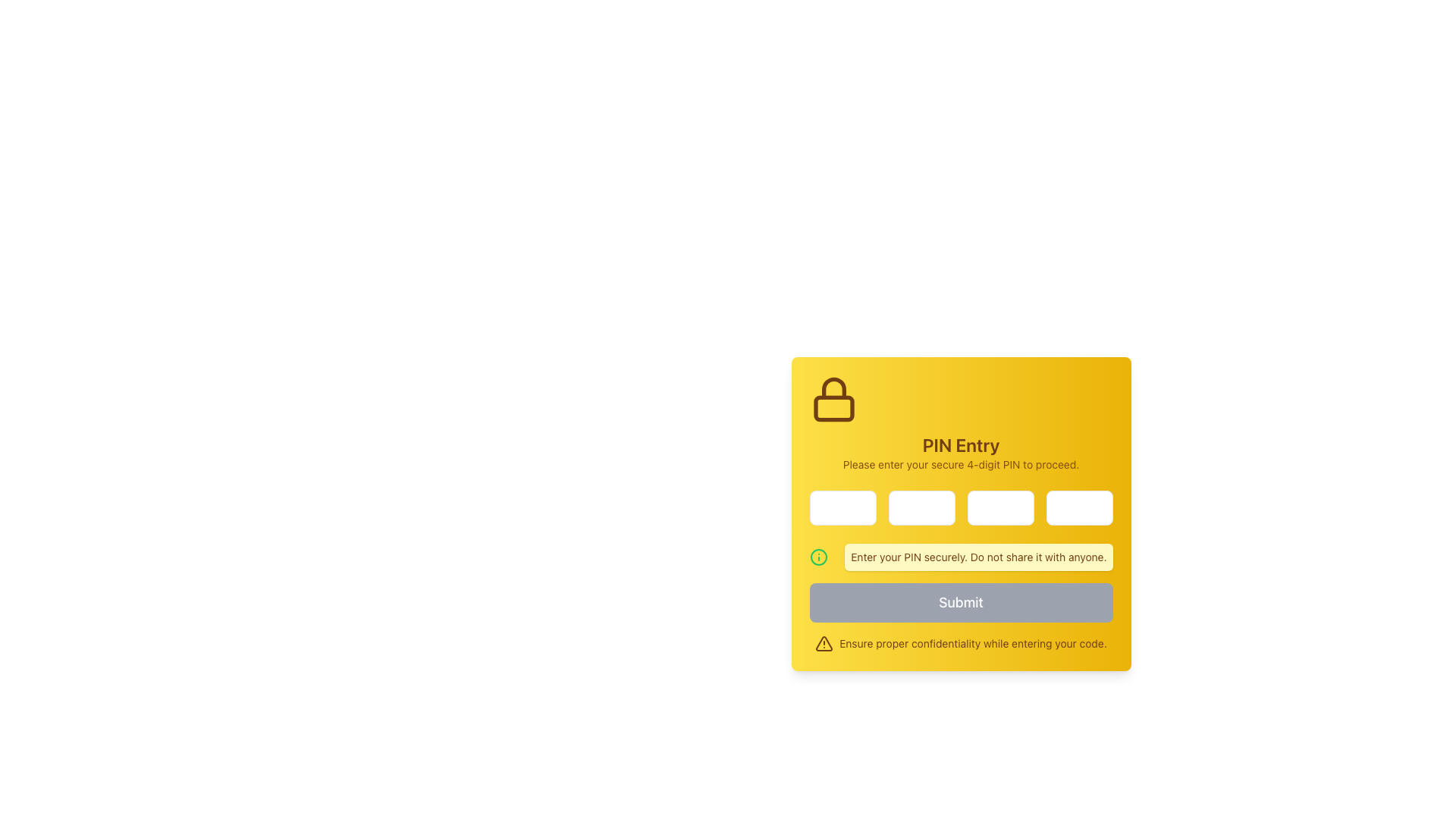 Image resolution: width=1456 pixels, height=819 pixels. What do you see at coordinates (817, 557) in the screenshot?
I see `the Circle SVG graphic element, which serves as a decorative or informational graphic within the 24x24 pixel icon near the 'Enter your PIN securely' text input` at bounding box center [817, 557].